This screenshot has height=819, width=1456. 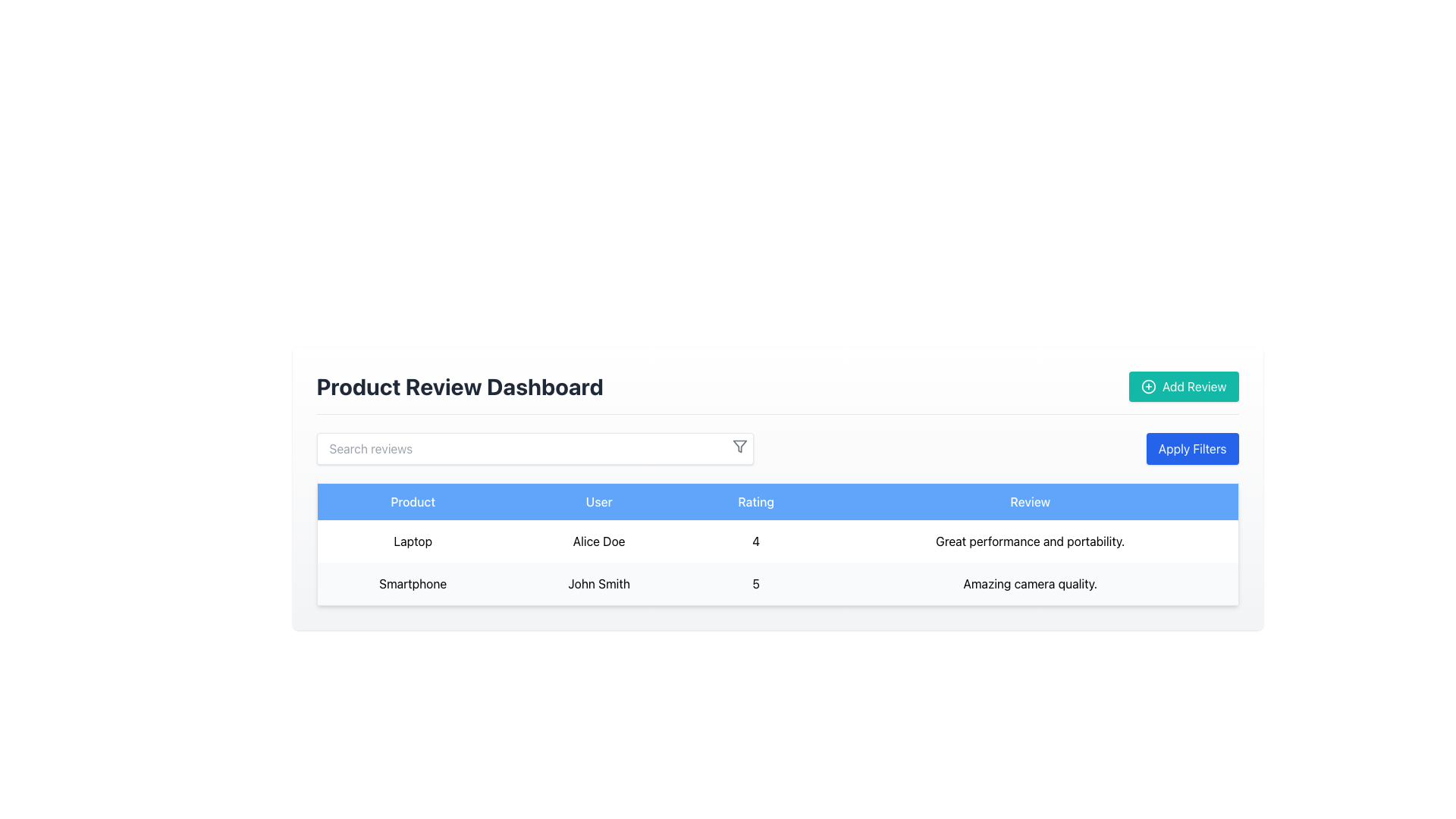 I want to click on the text cell displaying 'John Smith' in the 'User' column of the 'Smartphone' product row, so click(x=598, y=583).